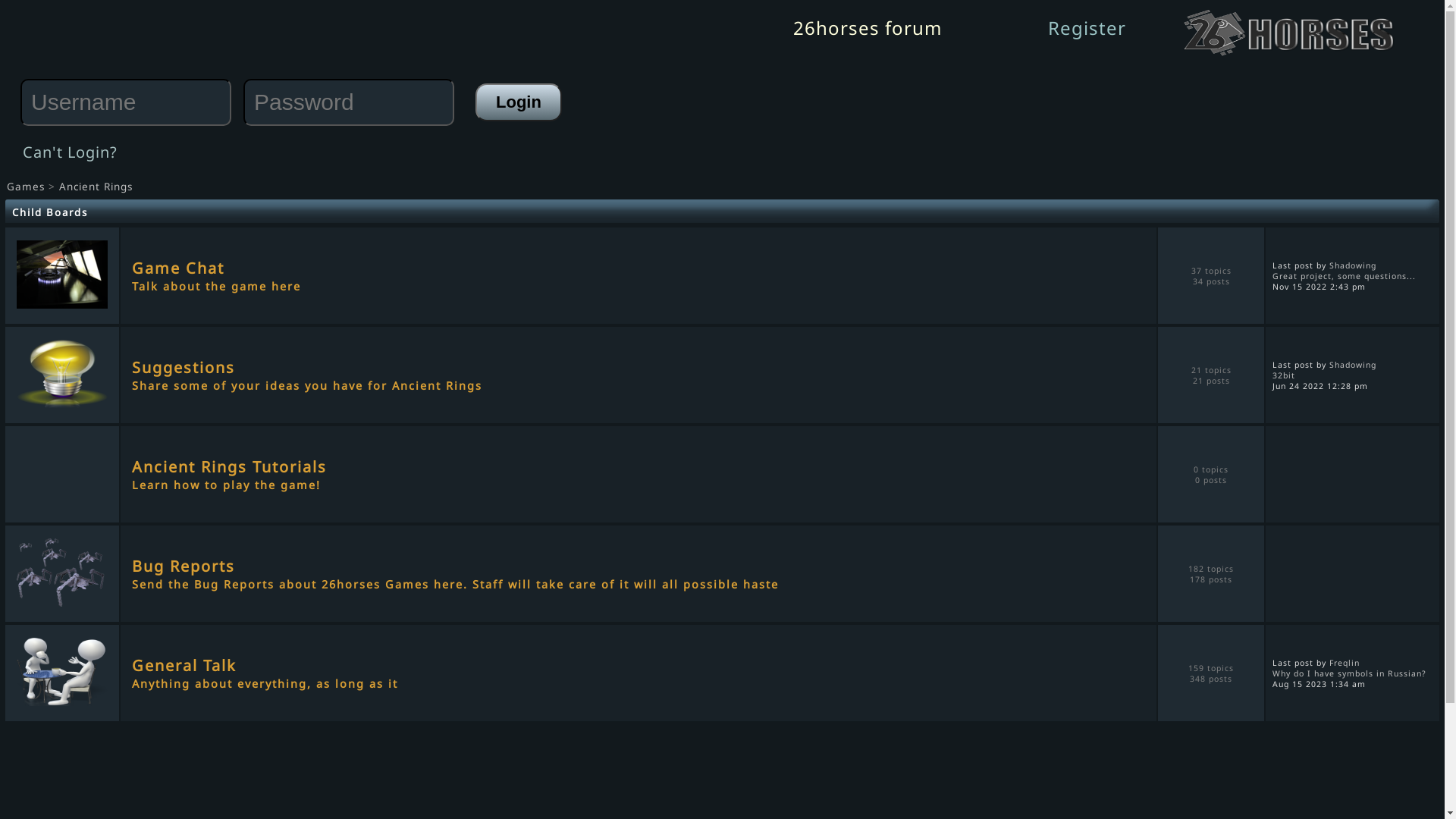 The image size is (1456, 819). What do you see at coordinates (1344, 275) in the screenshot?
I see `'Great project, some questions...'` at bounding box center [1344, 275].